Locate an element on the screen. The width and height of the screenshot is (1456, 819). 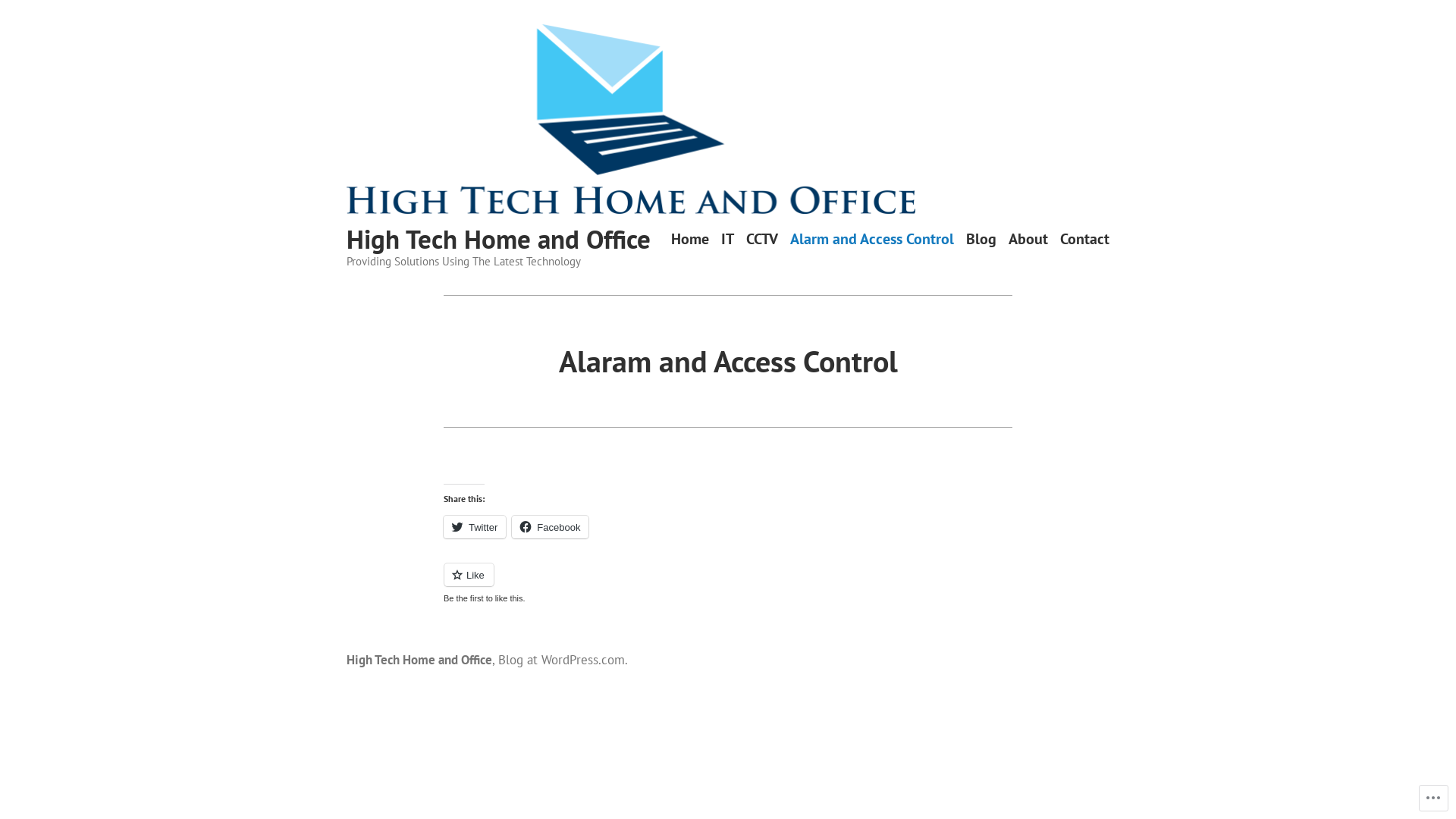
'High Tech Home and Office' is located at coordinates (498, 239).